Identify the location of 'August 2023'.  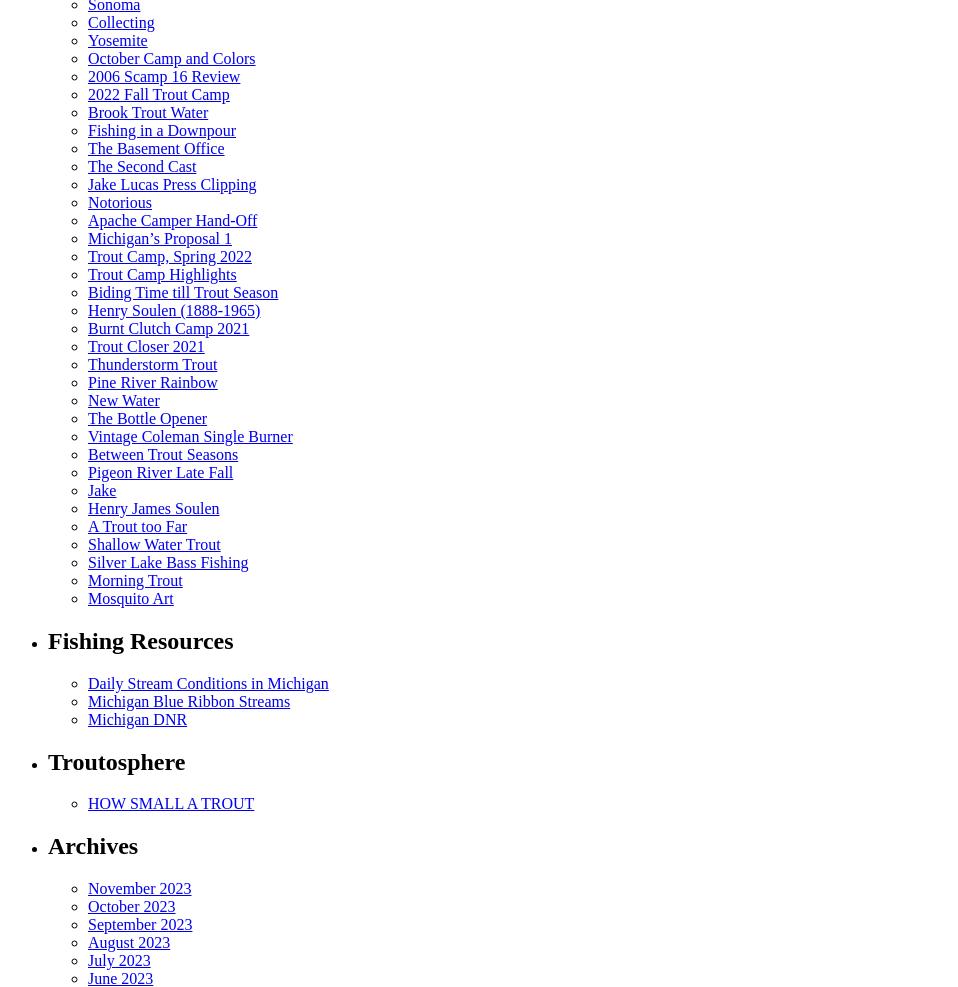
(129, 942).